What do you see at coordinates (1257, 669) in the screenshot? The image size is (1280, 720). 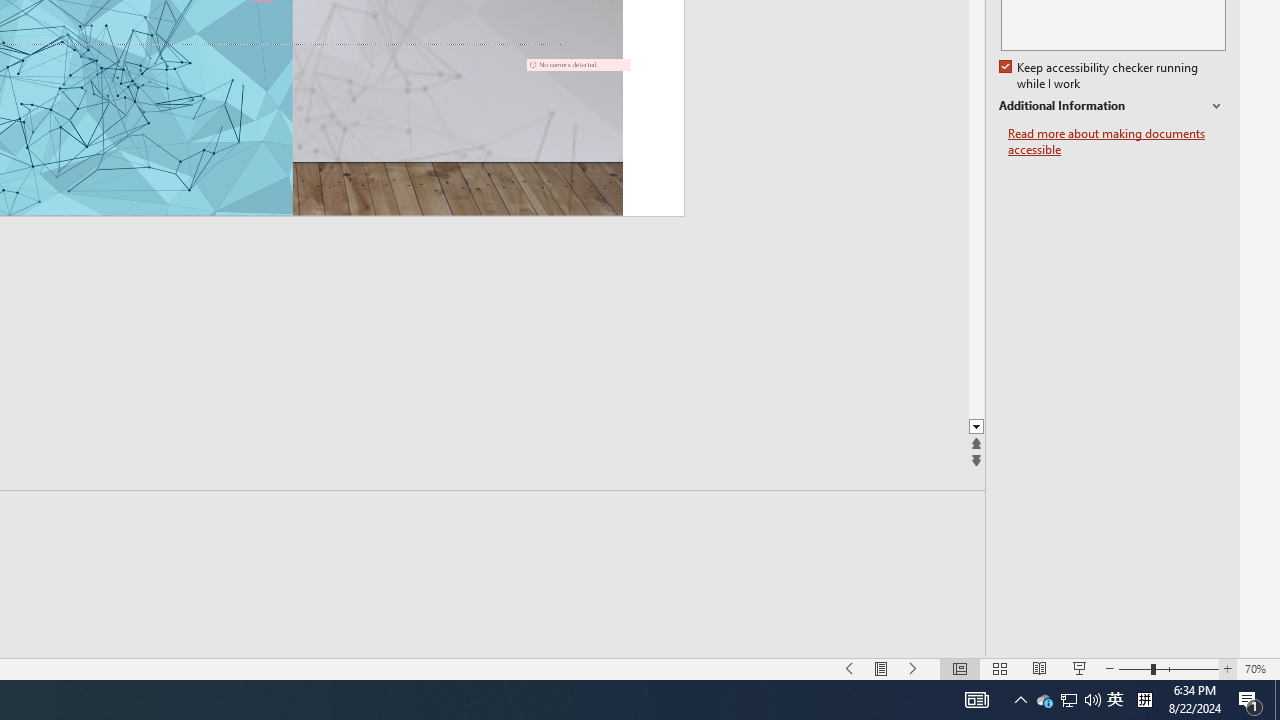 I see `'Zoom 70%'` at bounding box center [1257, 669].